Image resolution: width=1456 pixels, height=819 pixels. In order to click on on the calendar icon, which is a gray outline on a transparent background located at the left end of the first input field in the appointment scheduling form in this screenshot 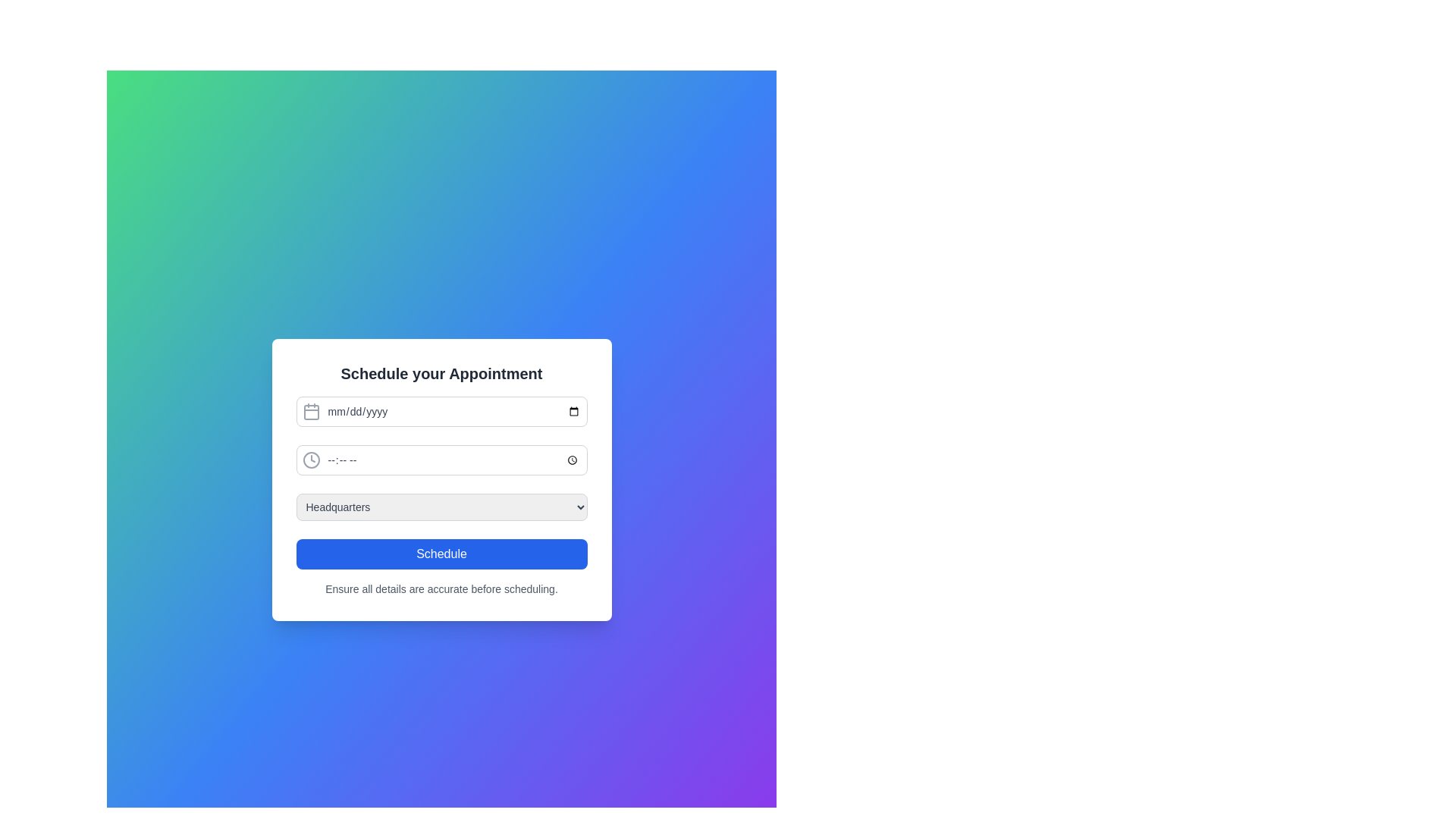, I will do `click(310, 412)`.